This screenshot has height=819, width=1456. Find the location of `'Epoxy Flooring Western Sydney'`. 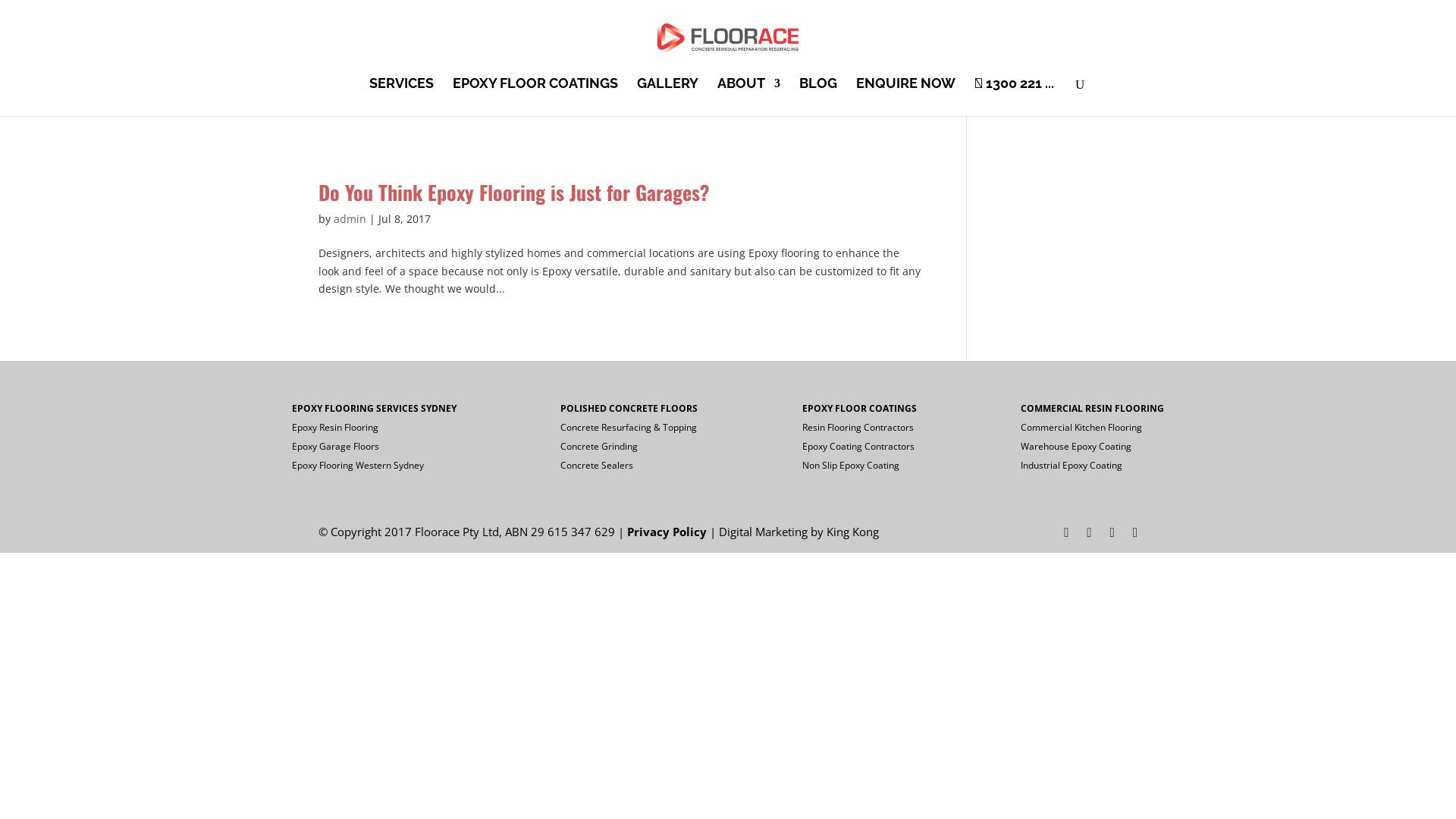

'Epoxy Flooring Western Sydney' is located at coordinates (356, 464).